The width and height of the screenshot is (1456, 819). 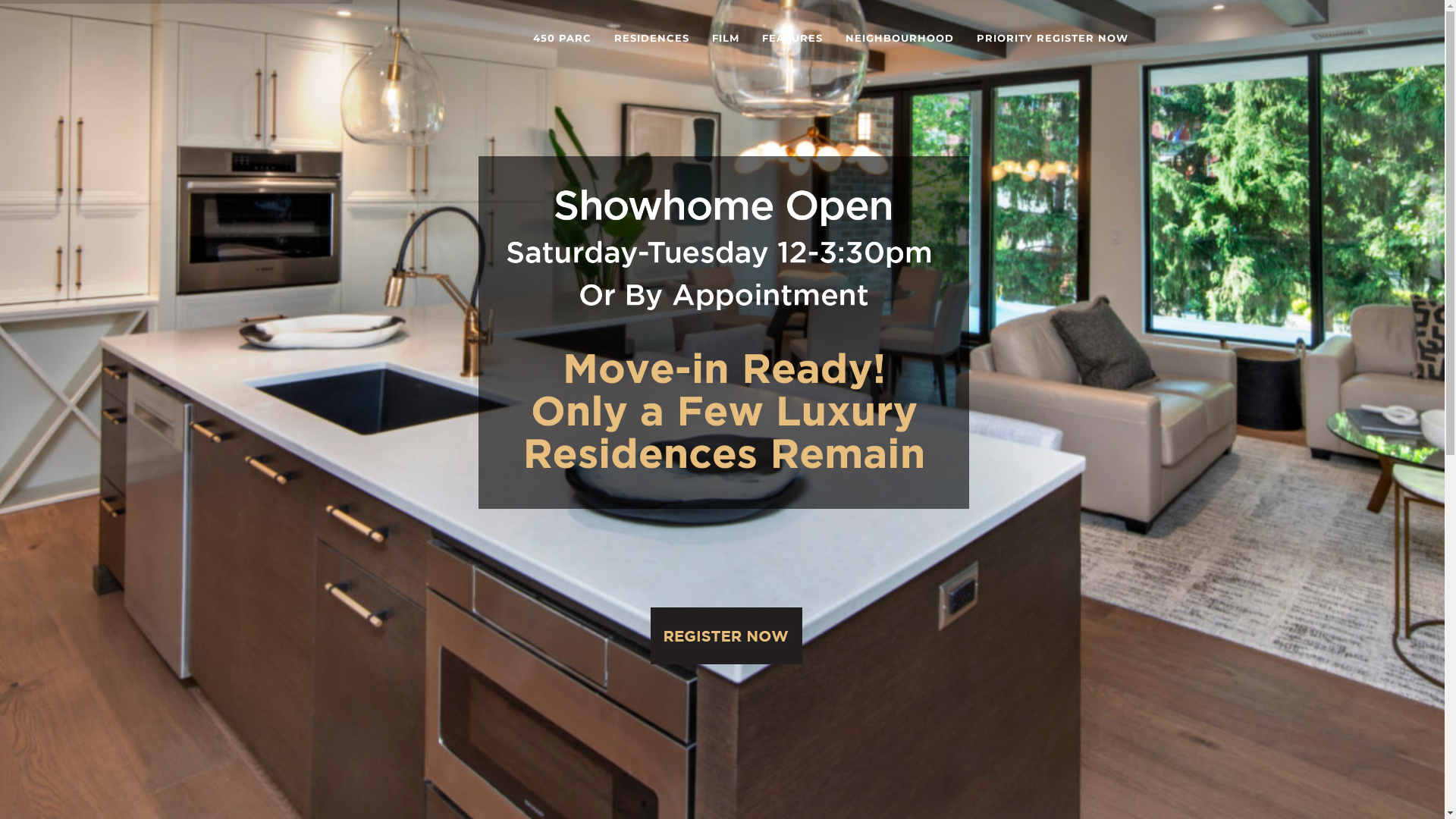 I want to click on 'RESIDENCES', so click(x=651, y=37).